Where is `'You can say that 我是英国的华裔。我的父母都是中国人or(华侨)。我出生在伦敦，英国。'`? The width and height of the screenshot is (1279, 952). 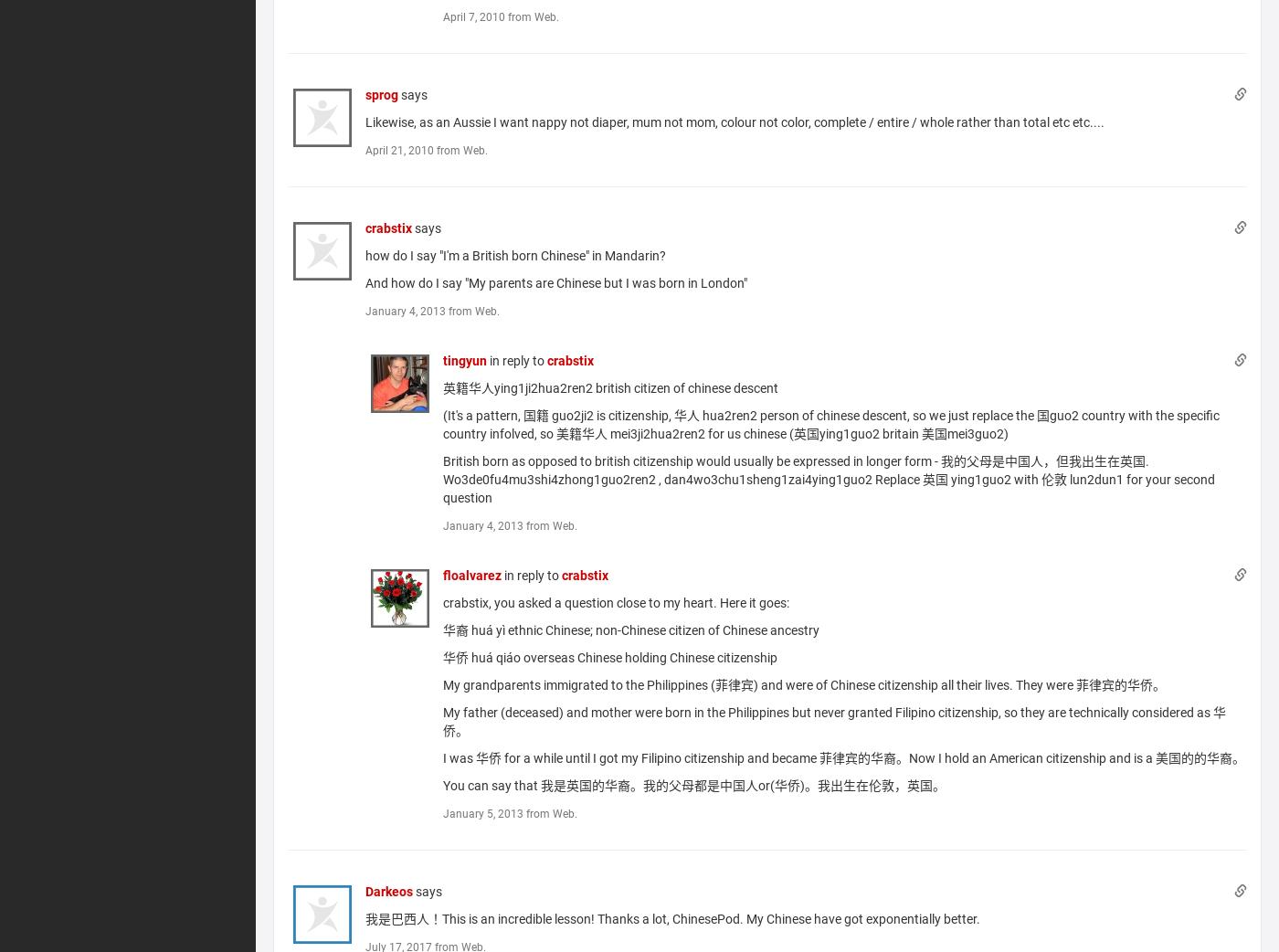
'You can say that 我是英国的华裔。我的父母都是中国人or(华侨)。我出生在伦敦，英国。' is located at coordinates (693, 785).